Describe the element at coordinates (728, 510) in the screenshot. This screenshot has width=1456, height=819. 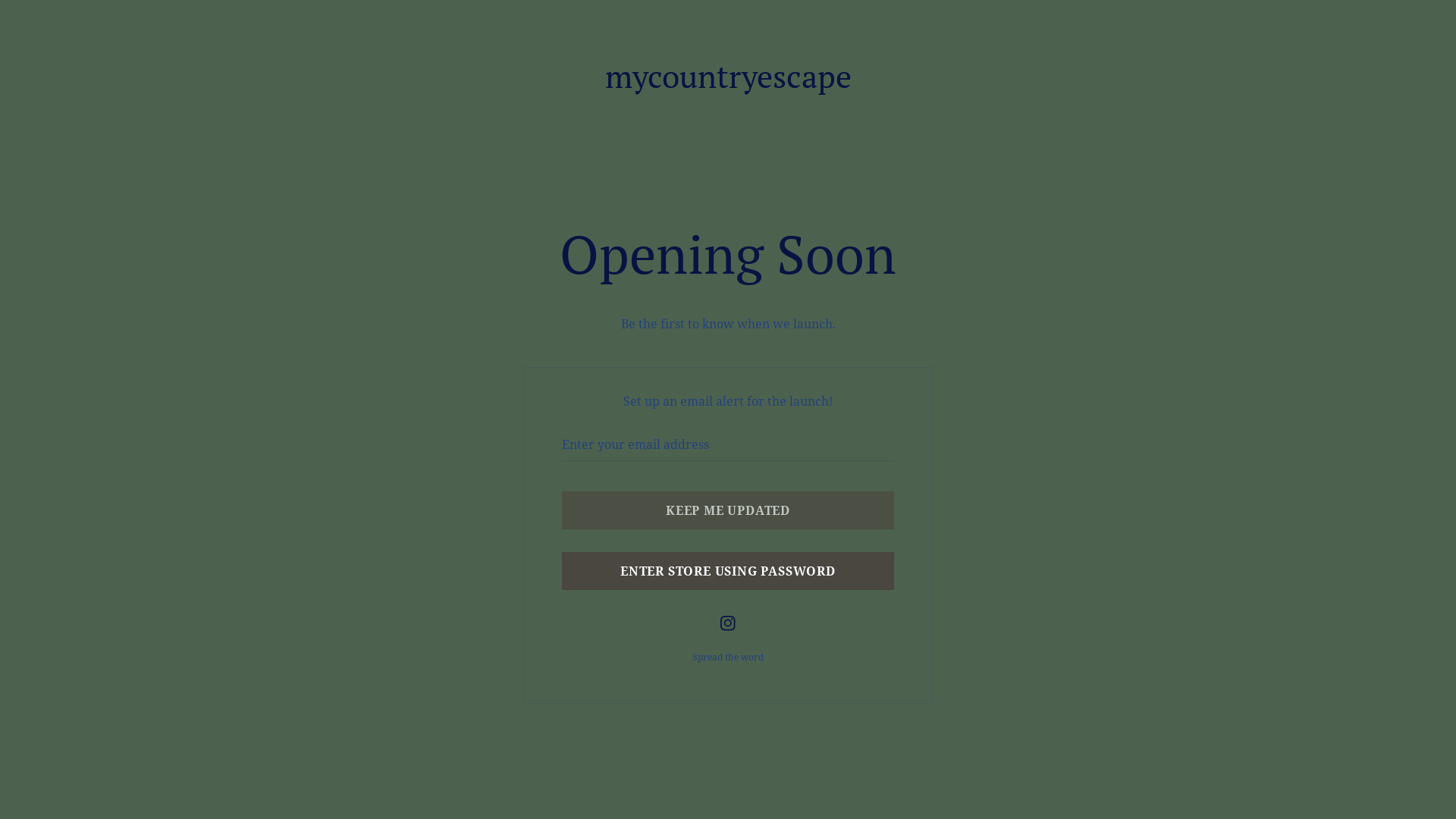
I see `'KEEP ME UPDATED'` at that location.